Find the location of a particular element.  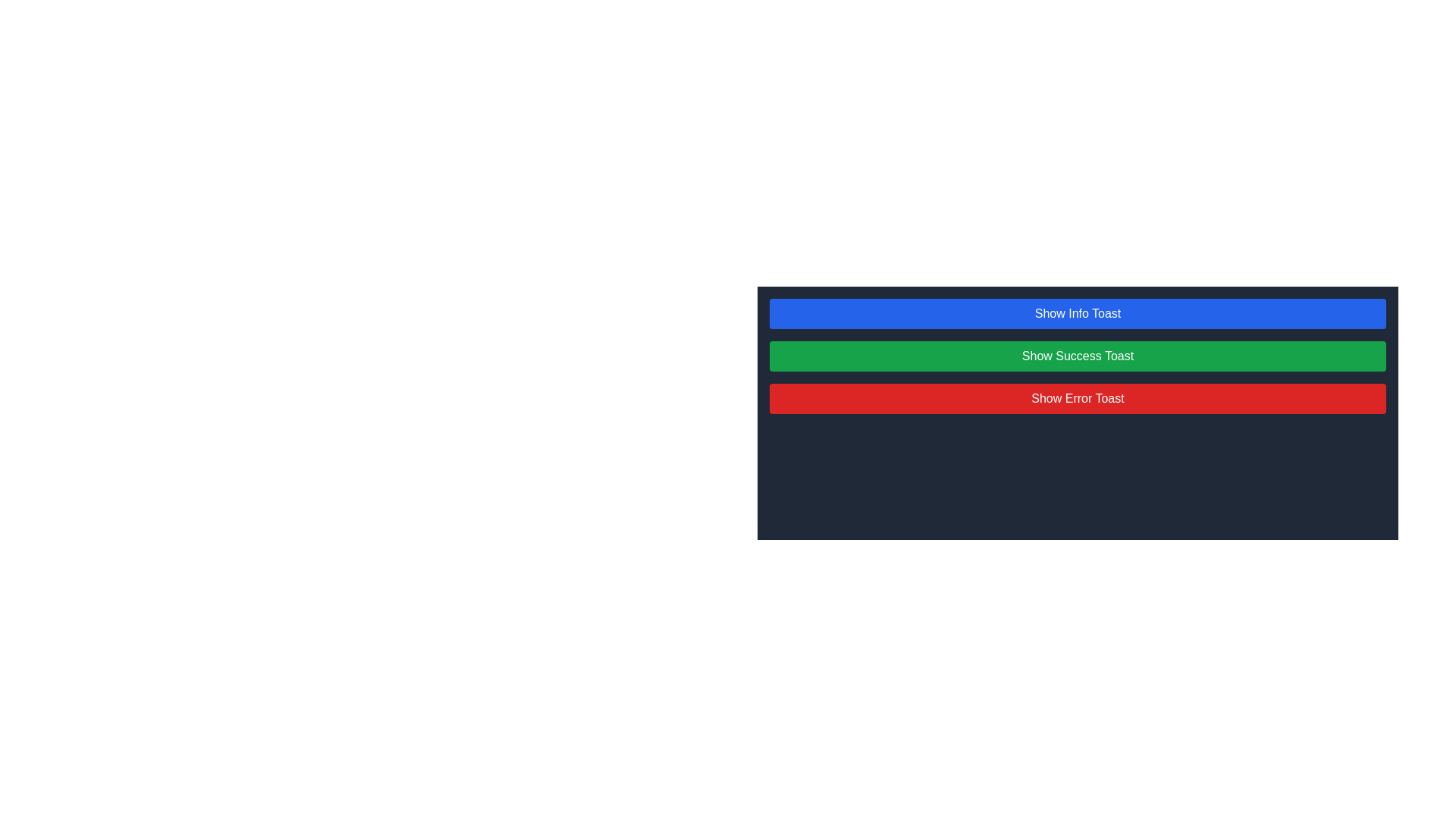

the green button labeled 'Show Success Toast' is located at coordinates (1077, 356).